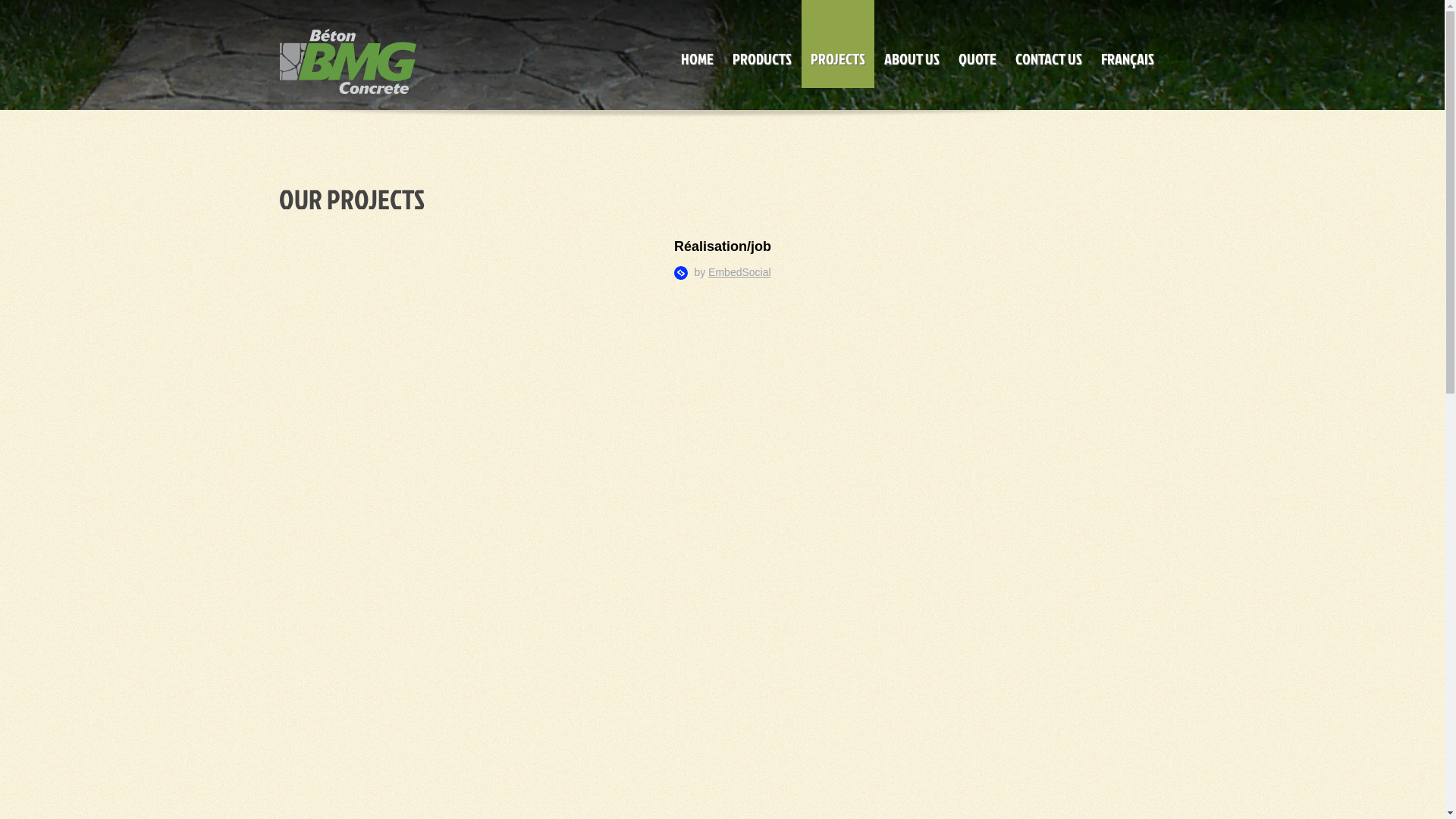 Image resolution: width=1456 pixels, height=819 pixels. What do you see at coordinates (977, 42) in the screenshot?
I see `'QUOTE'` at bounding box center [977, 42].